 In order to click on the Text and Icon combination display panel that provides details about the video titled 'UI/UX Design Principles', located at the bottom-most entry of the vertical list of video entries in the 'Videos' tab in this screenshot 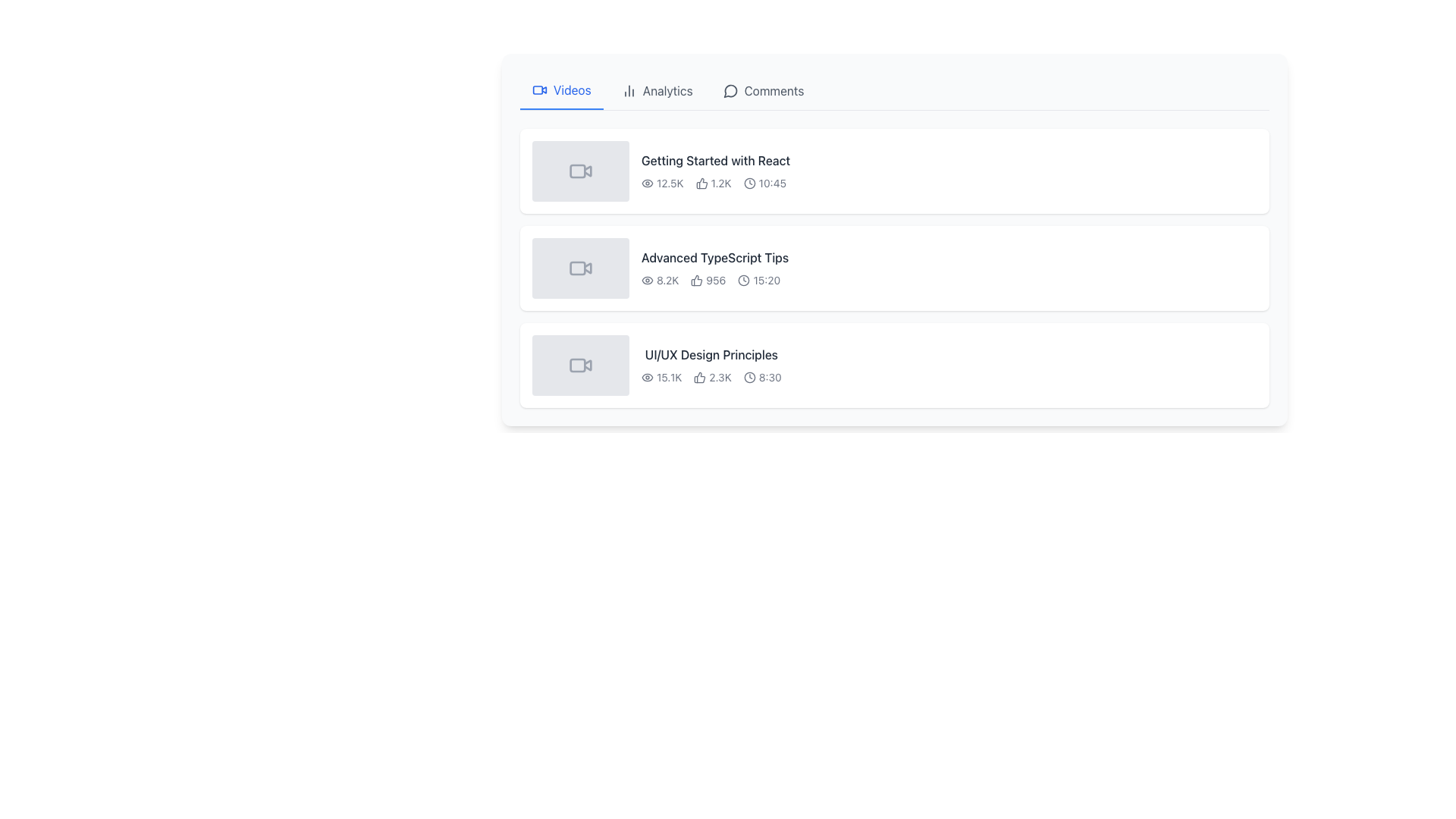, I will do `click(711, 366)`.